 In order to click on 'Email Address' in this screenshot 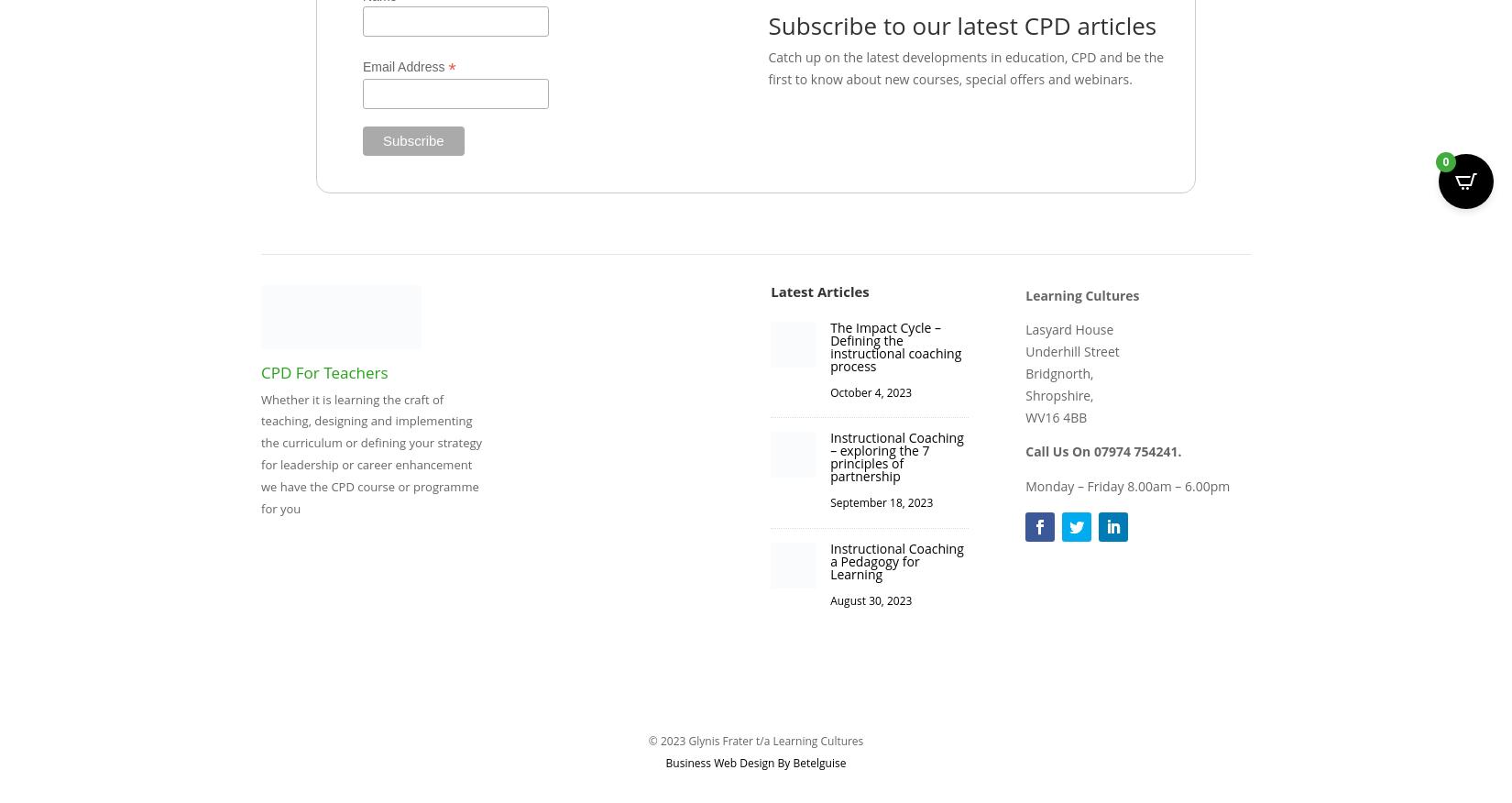, I will do `click(363, 66)`.